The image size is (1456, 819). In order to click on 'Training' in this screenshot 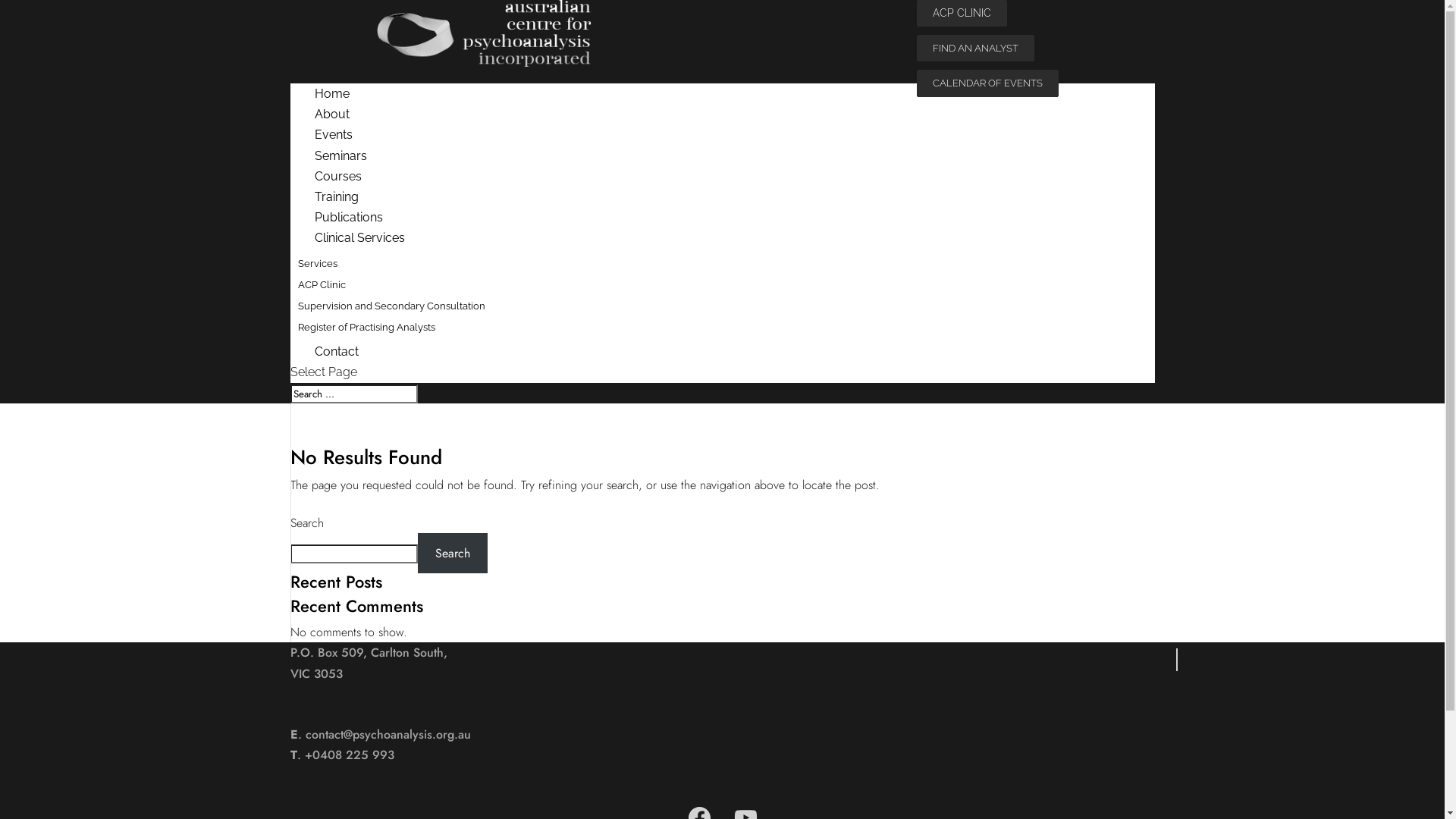, I will do `click(335, 196)`.